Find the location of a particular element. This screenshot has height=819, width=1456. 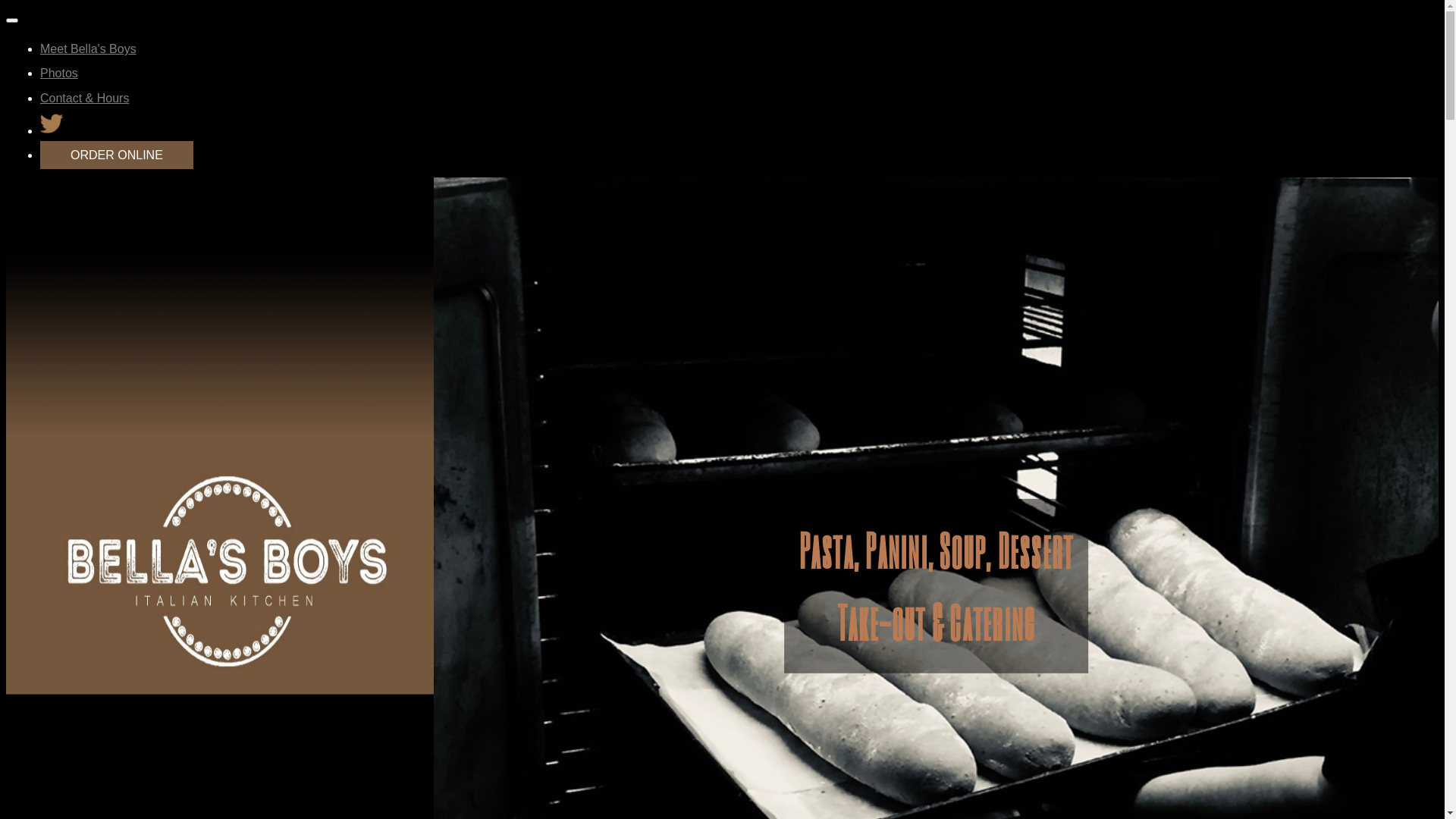

'Meet Bella's Boys' is located at coordinates (87, 48).